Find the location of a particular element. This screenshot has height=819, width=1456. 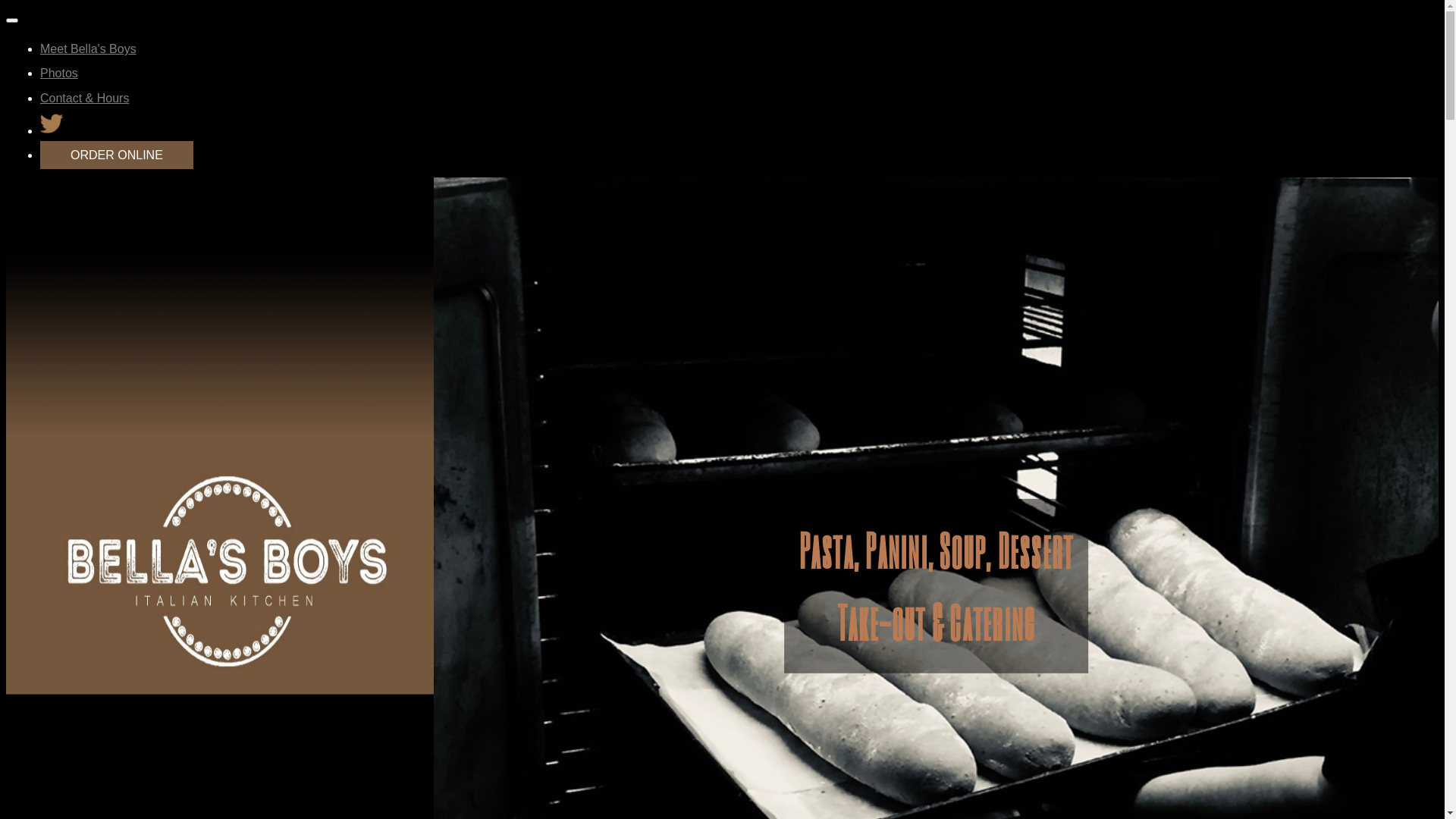

'Meet Bella's Boys' is located at coordinates (87, 48).